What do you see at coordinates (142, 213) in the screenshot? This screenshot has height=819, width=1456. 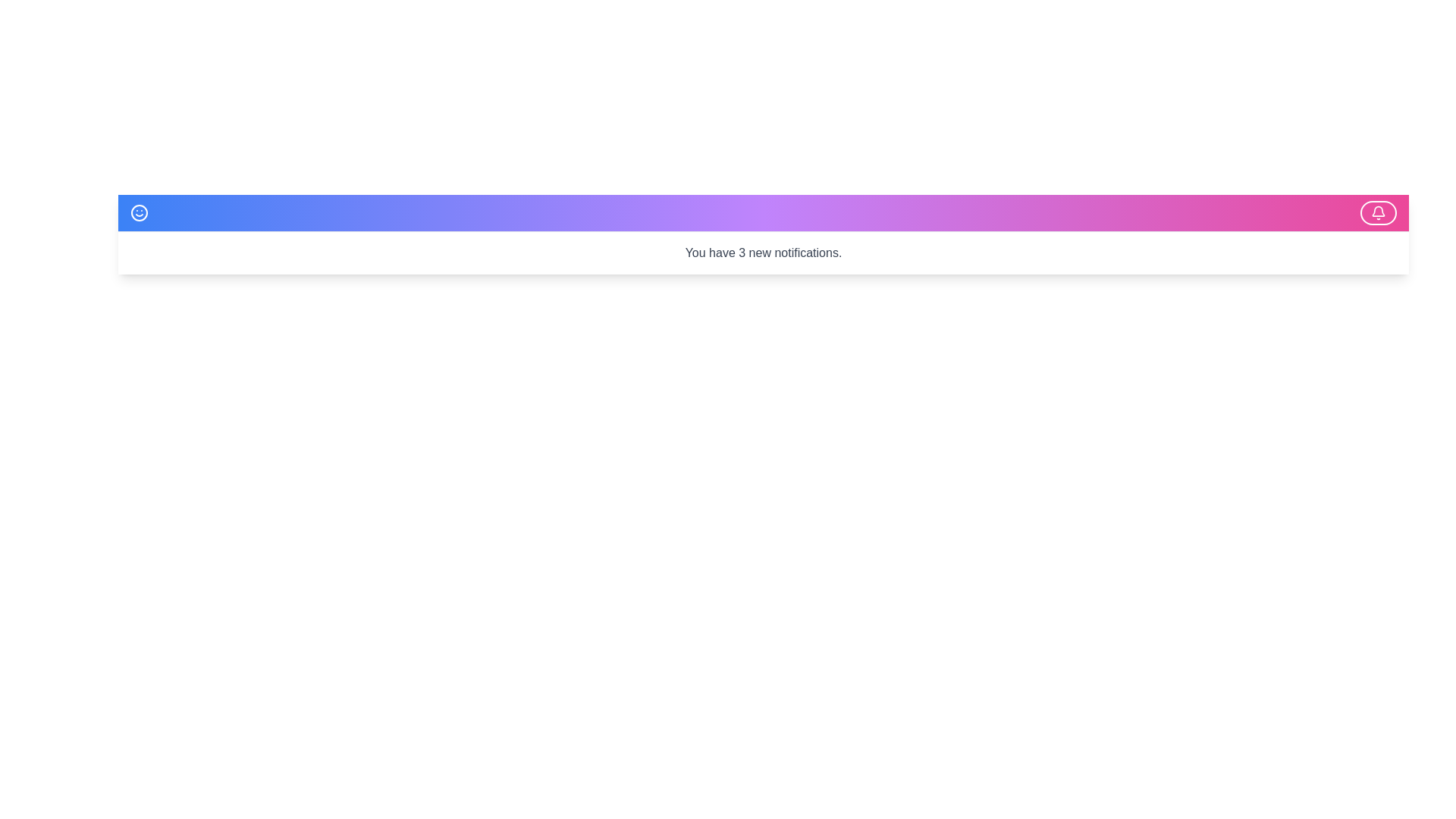 I see `the decorative or functional icon located at the far left of the top UI section` at bounding box center [142, 213].